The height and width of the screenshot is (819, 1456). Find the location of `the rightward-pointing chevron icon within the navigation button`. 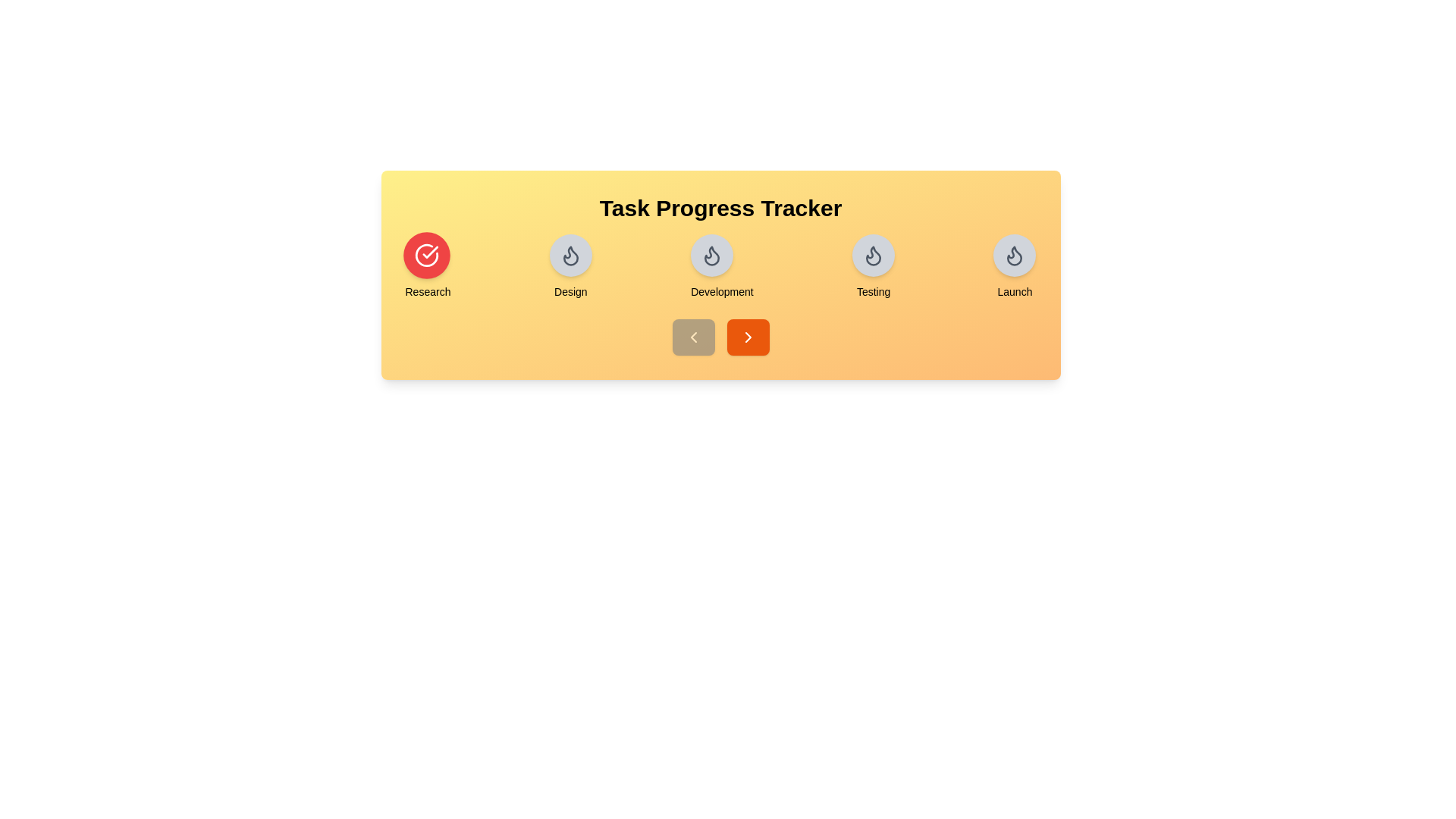

the rightward-pointing chevron icon within the navigation button is located at coordinates (748, 336).